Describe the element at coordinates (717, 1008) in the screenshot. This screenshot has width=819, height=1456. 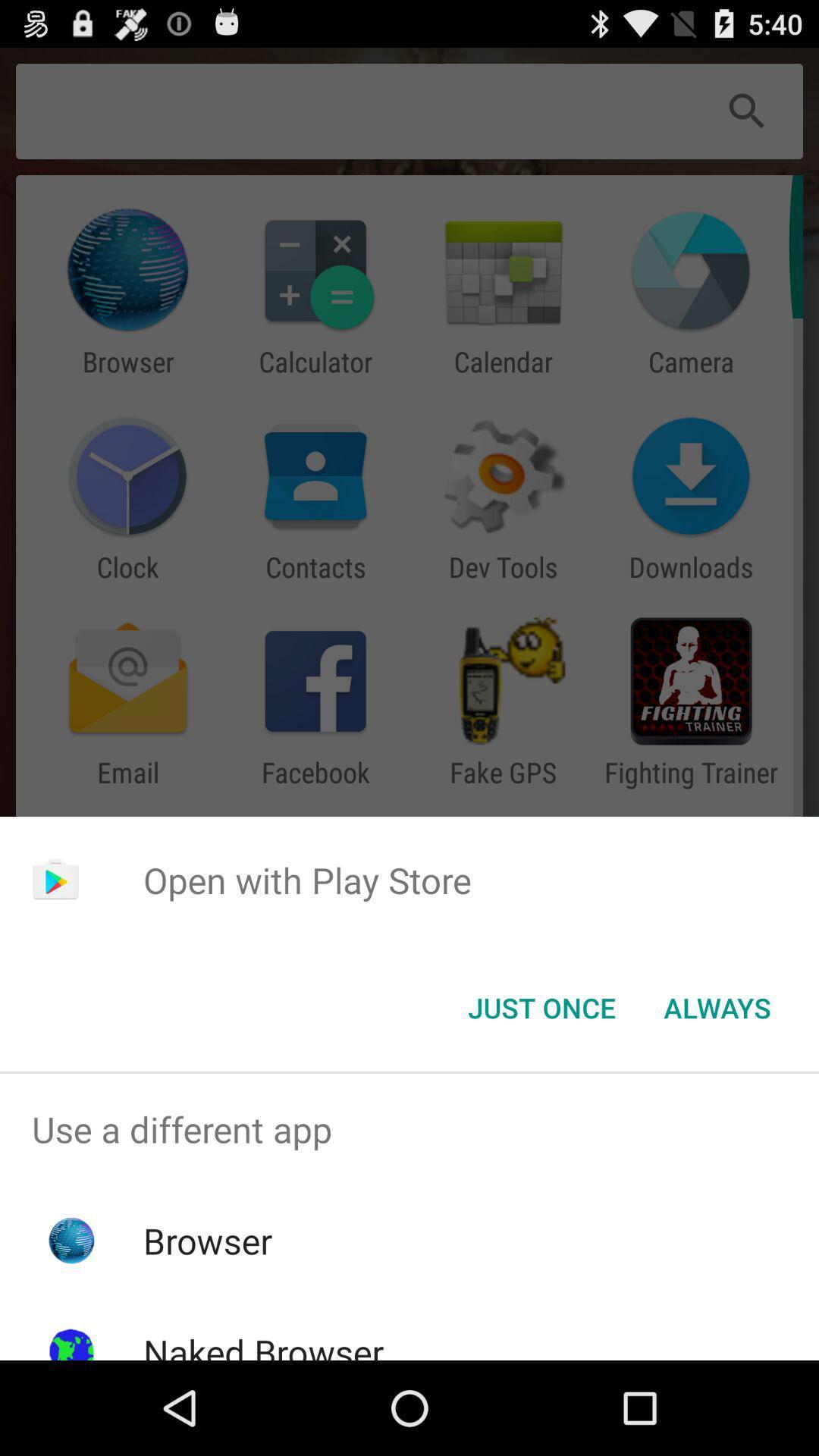
I see `always button` at that location.